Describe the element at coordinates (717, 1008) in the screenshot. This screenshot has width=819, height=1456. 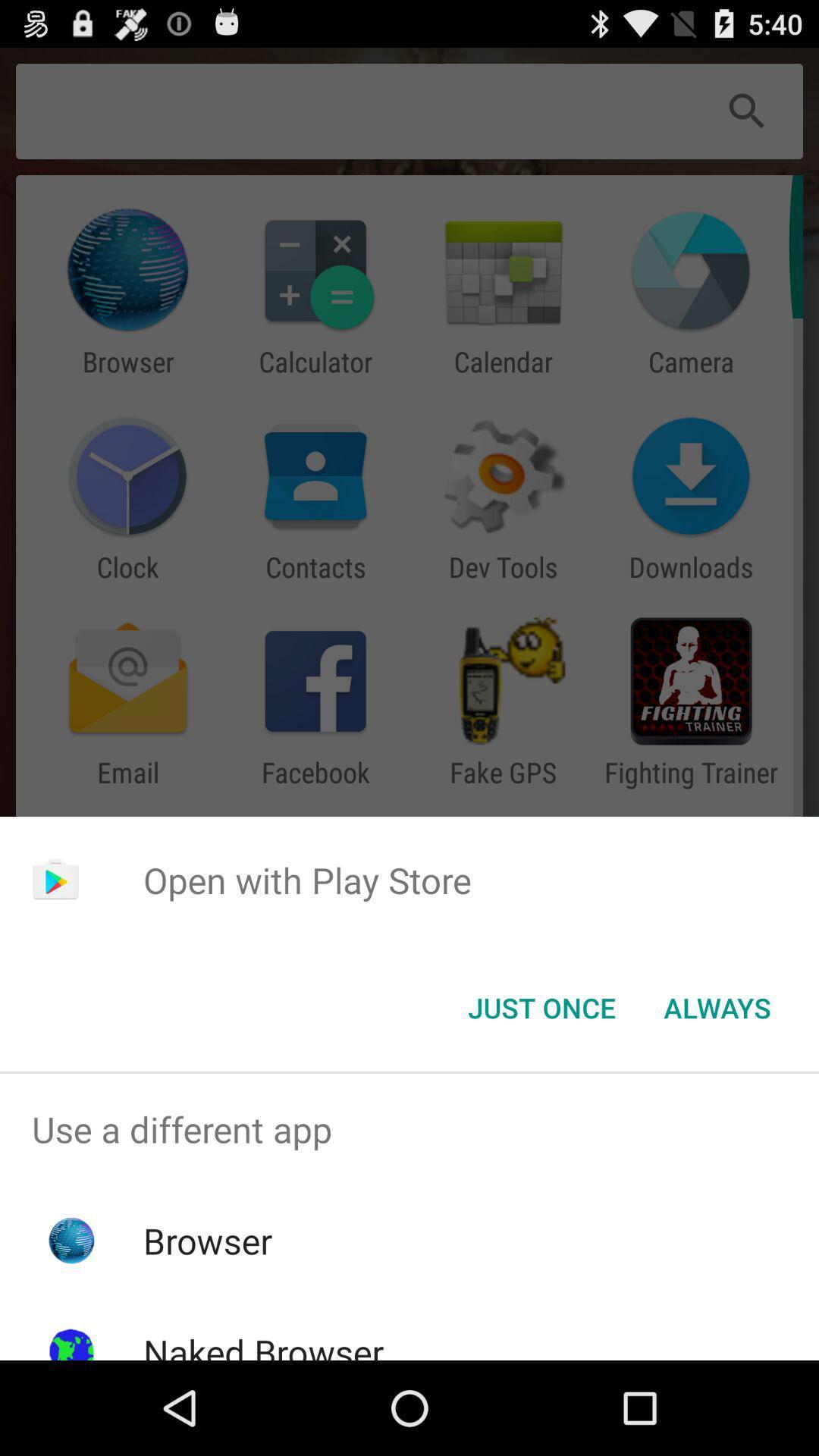
I see `always button` at that location.